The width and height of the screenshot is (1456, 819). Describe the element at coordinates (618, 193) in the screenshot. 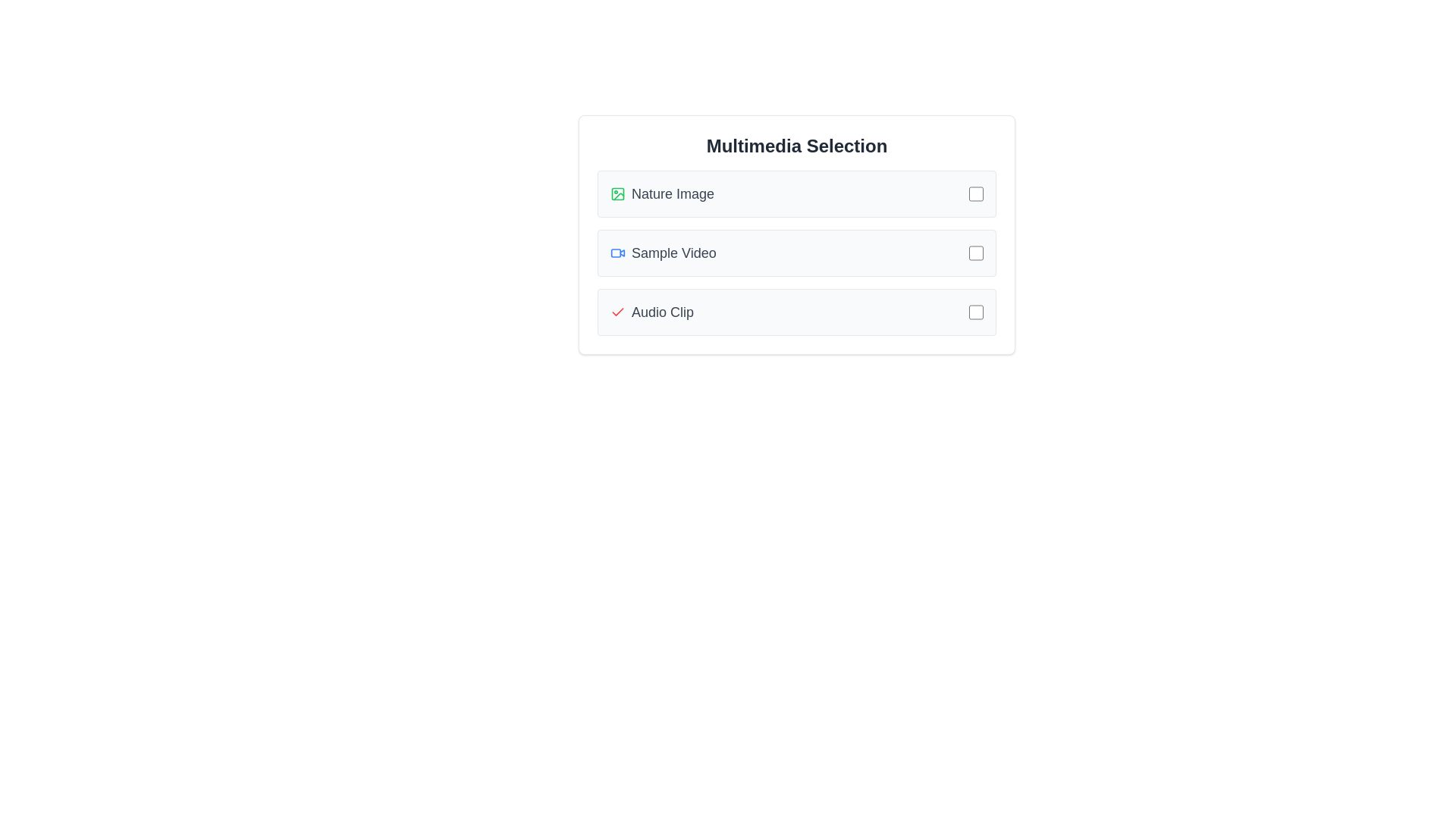

I see `the green-colored rectangular icon component with rounded corners in the multimedia selection list, located beside the 'Nature Image' label` at that location.